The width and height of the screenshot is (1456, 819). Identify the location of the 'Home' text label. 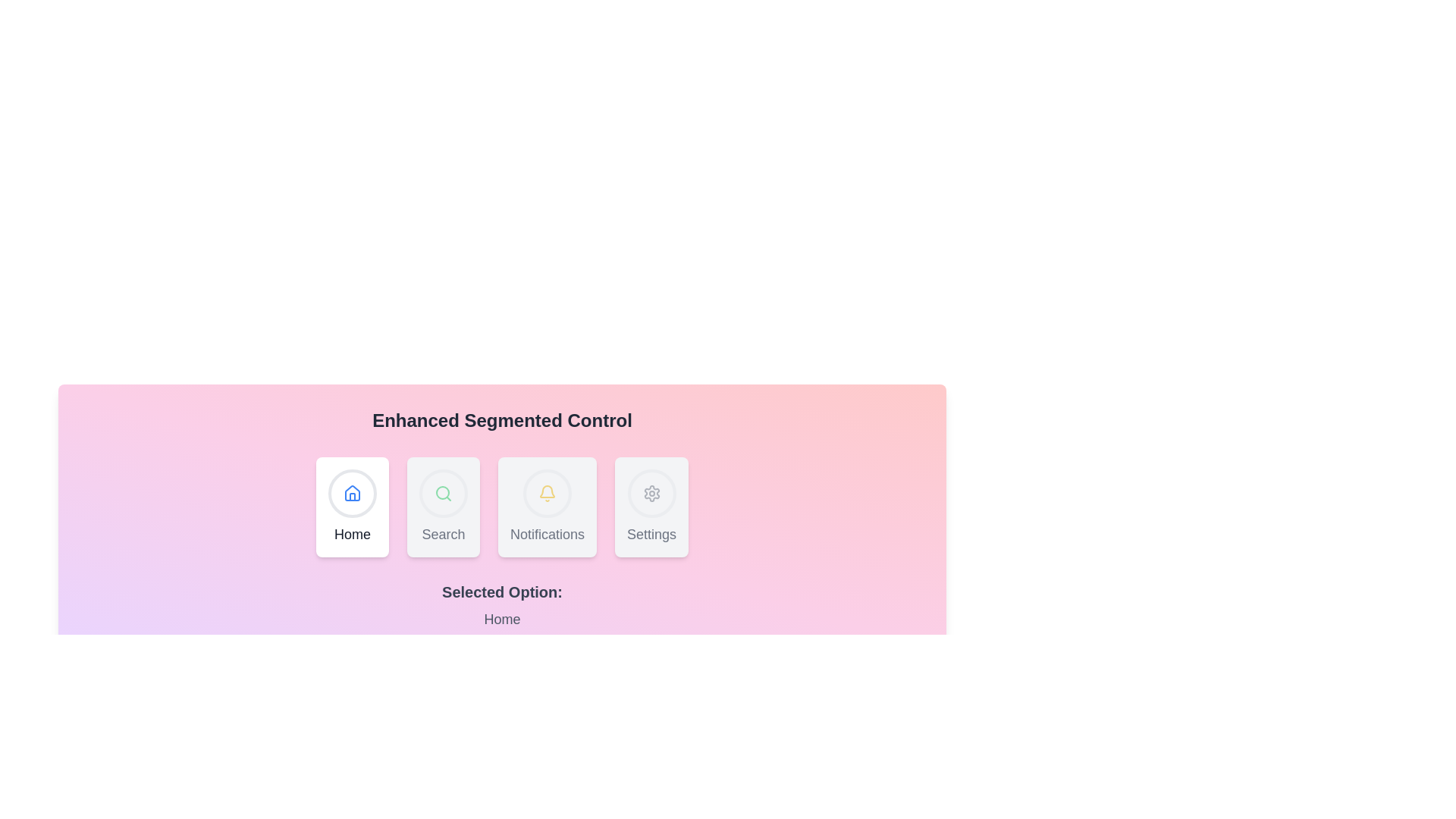
(352, 534).